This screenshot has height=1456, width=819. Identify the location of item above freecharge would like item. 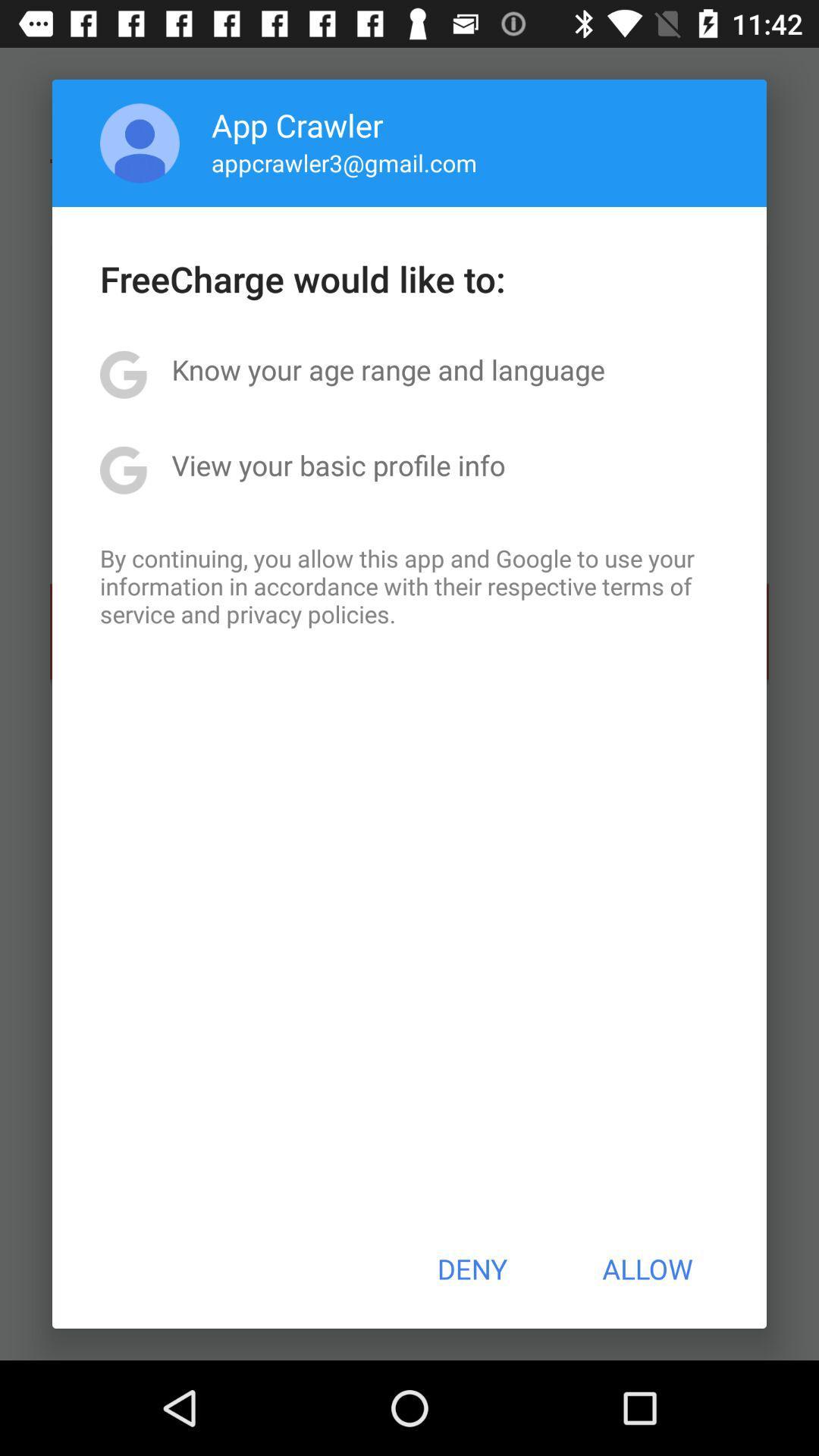
(344, 162).